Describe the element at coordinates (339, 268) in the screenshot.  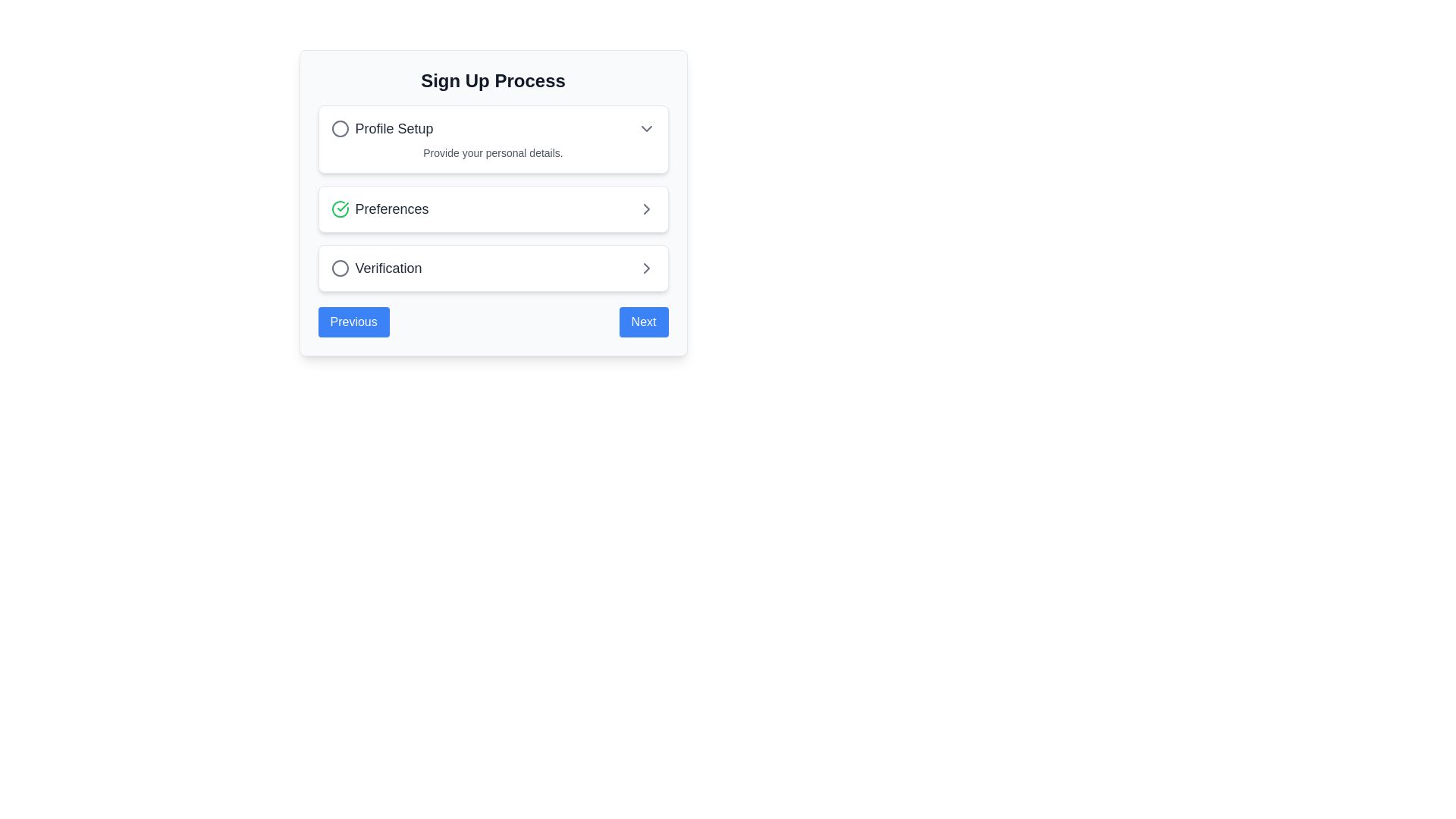
I see `the empty circular Icon (SVG Circle) indicating the completion status of the 'Verification' step, located to the left of the 'Verification' label in the third step of a vertically stacked list of steps` at that location.